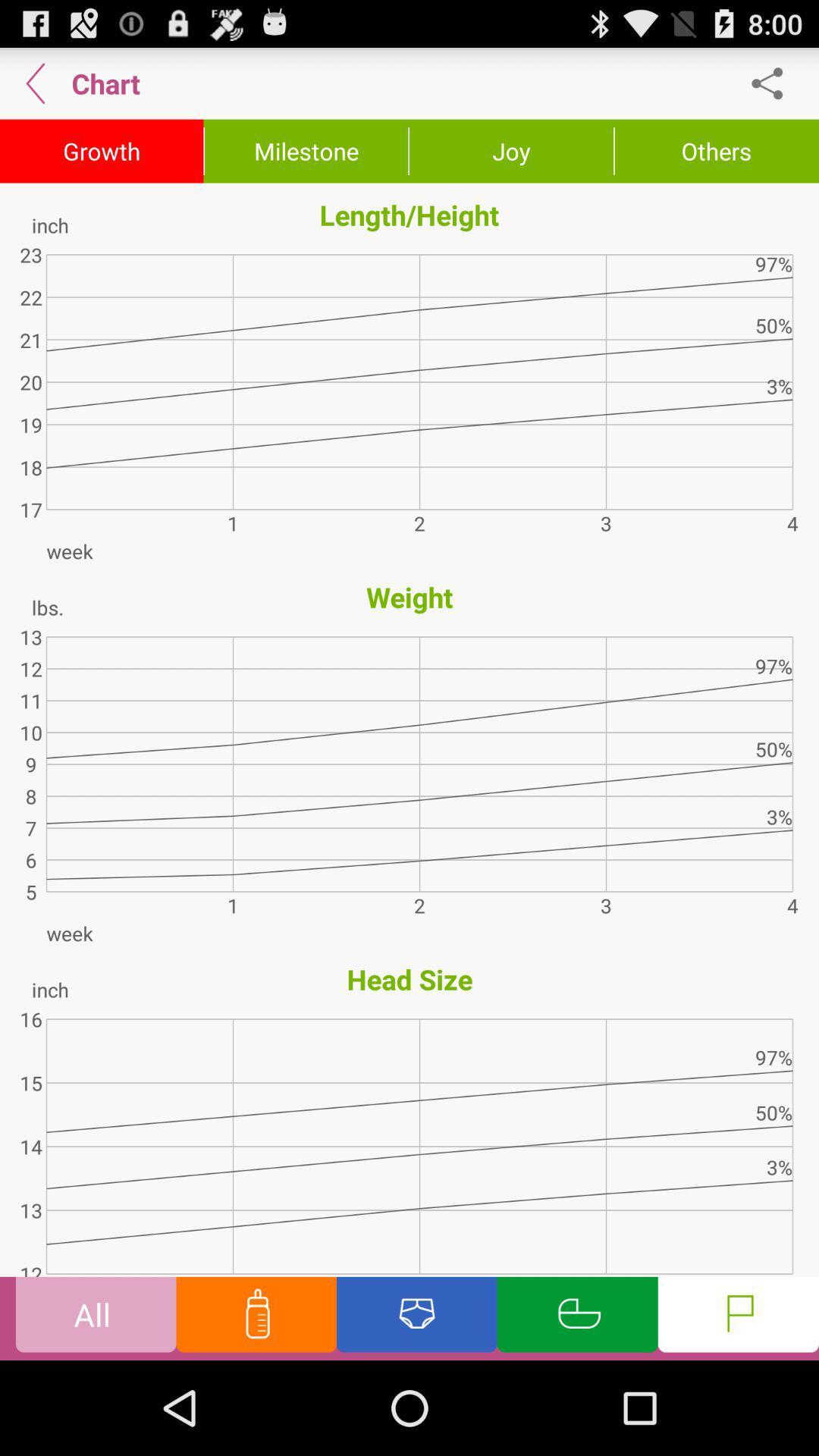 The width and height of the screenshot is (819, 1456). I want to click on the growth icon, so click(102, 151).